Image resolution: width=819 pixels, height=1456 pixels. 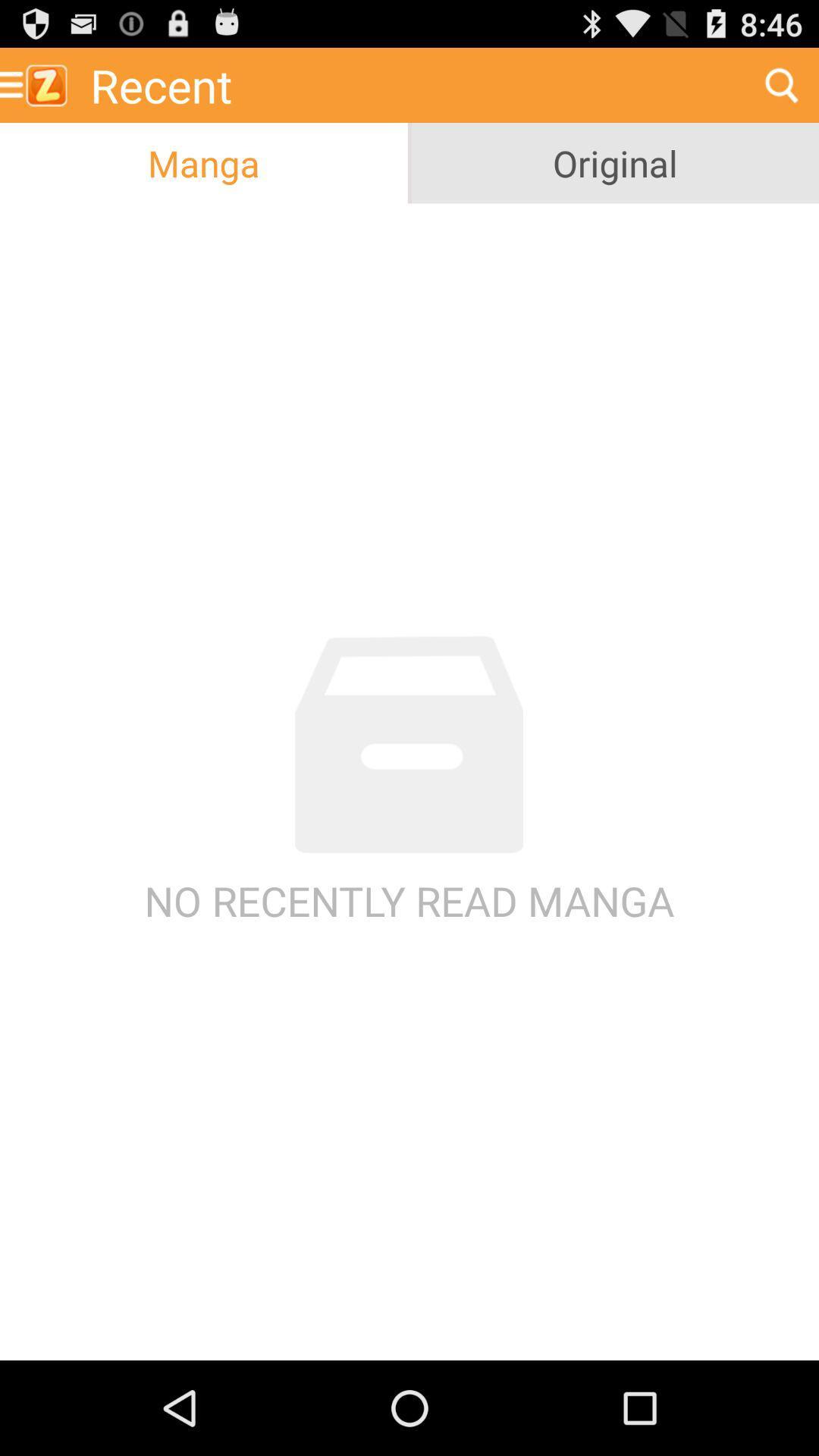 I want to click on icon above manga, so click(x=39, y=84).